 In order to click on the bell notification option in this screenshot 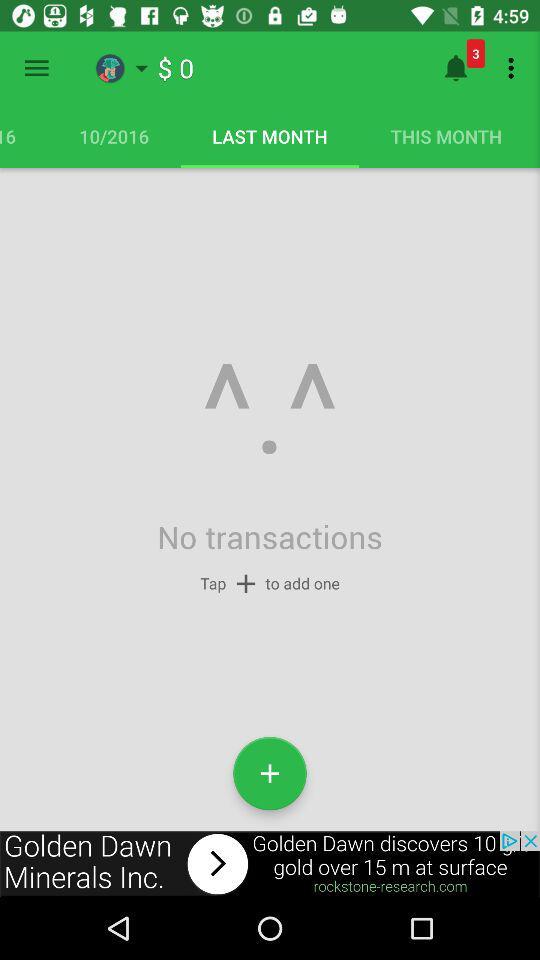, I will do `click(455, 68)`.